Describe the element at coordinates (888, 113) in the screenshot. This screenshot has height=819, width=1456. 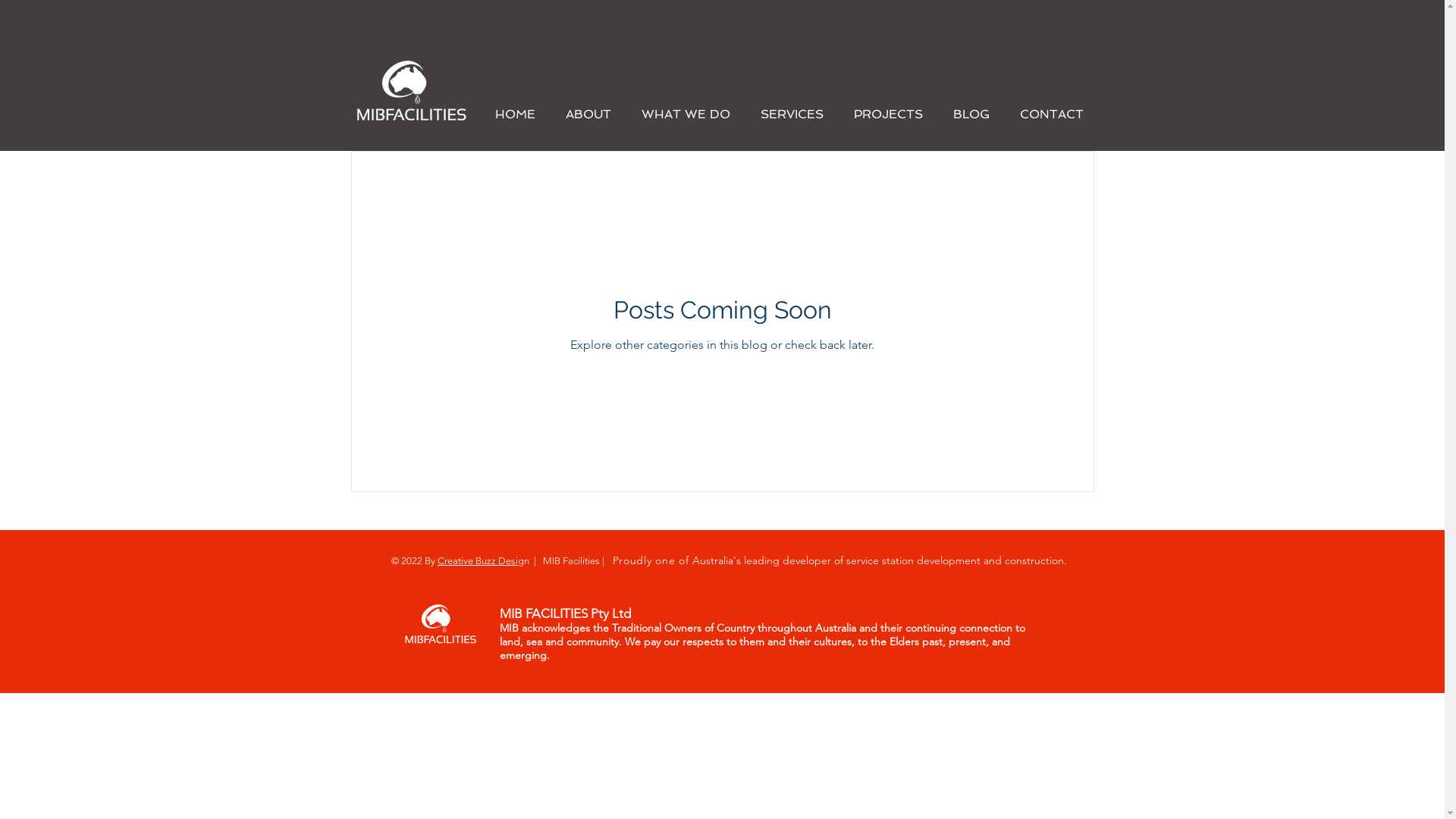
I see `'PROJECTS'` at that location.